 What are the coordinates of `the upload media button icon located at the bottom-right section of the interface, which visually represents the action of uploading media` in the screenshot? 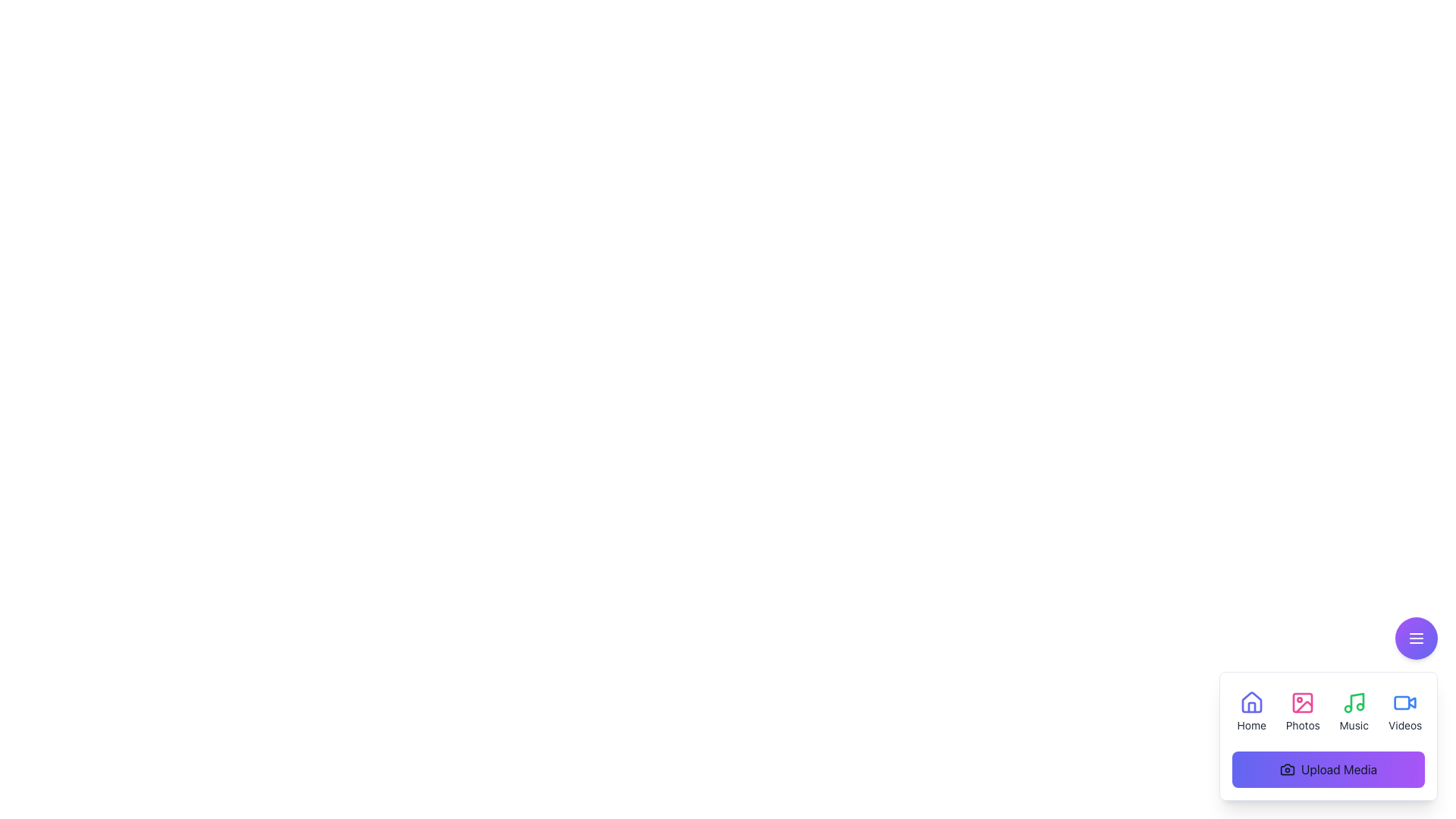 It's located at (1286, 769).